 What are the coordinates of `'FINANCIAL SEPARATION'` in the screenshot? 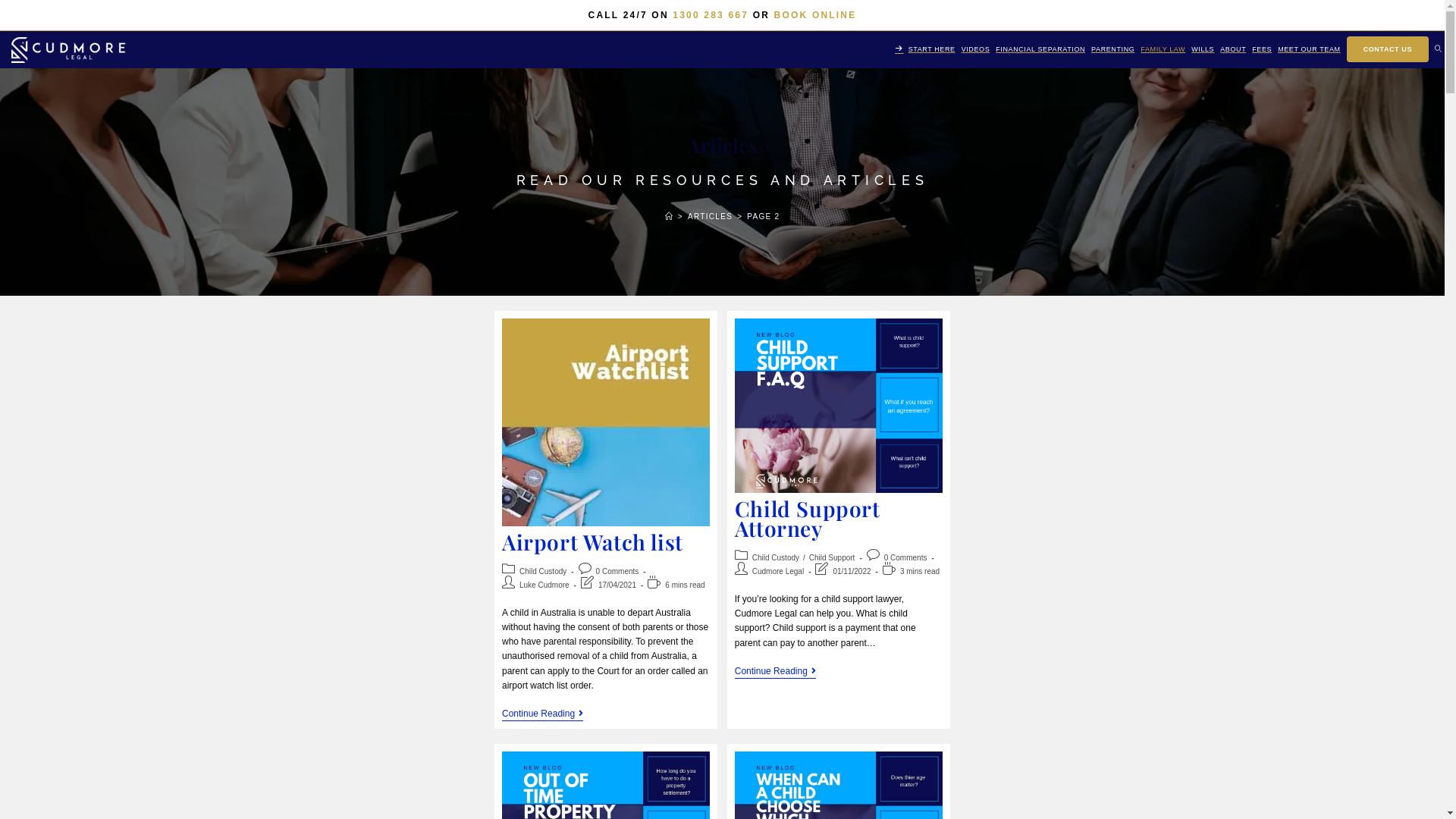 It's located at (1040, 49).